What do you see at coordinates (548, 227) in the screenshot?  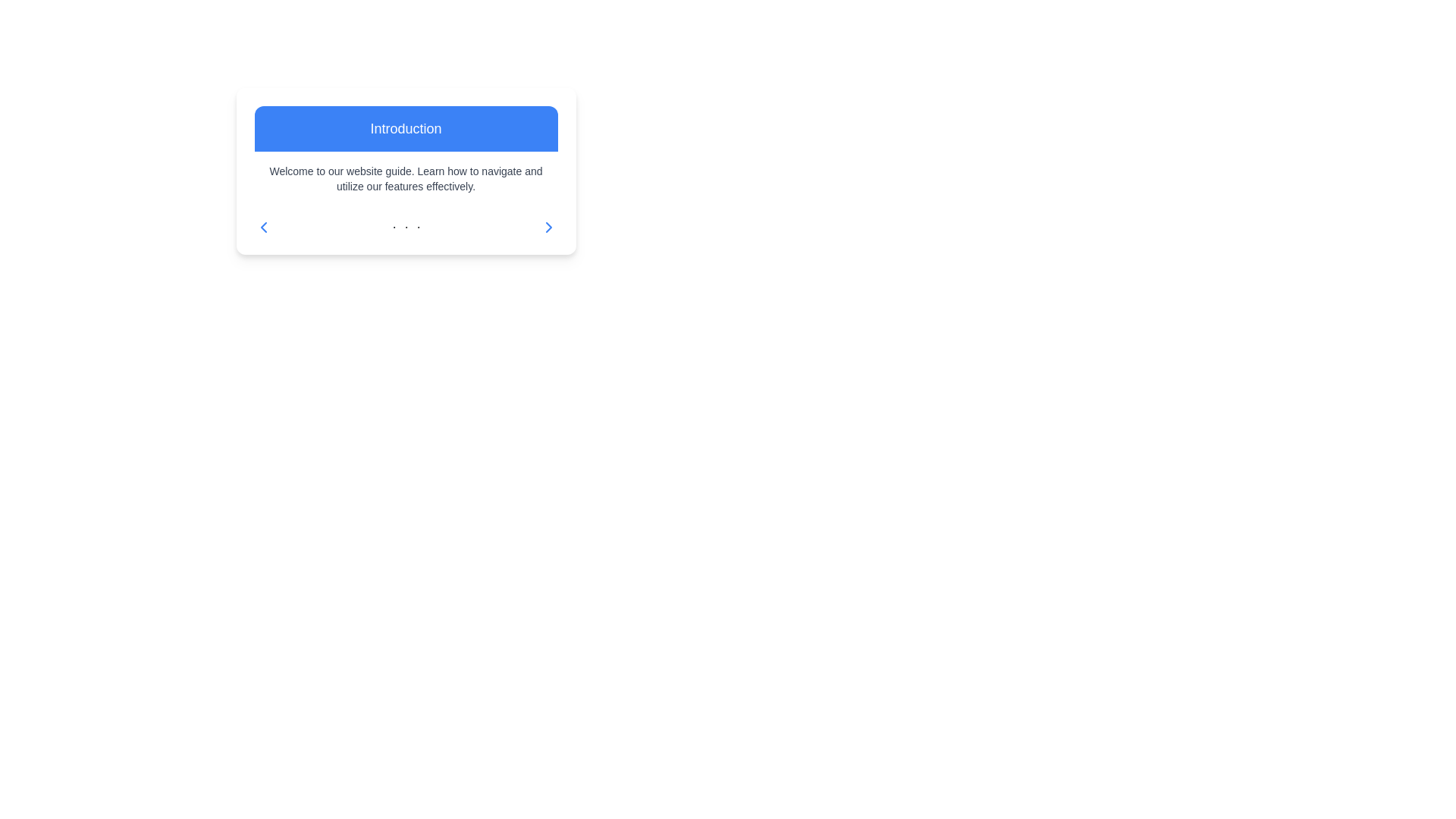 I see `the navigation control button located at the far right bottom of the card to proceed to the next page or section` at bounding box center [548, 227].